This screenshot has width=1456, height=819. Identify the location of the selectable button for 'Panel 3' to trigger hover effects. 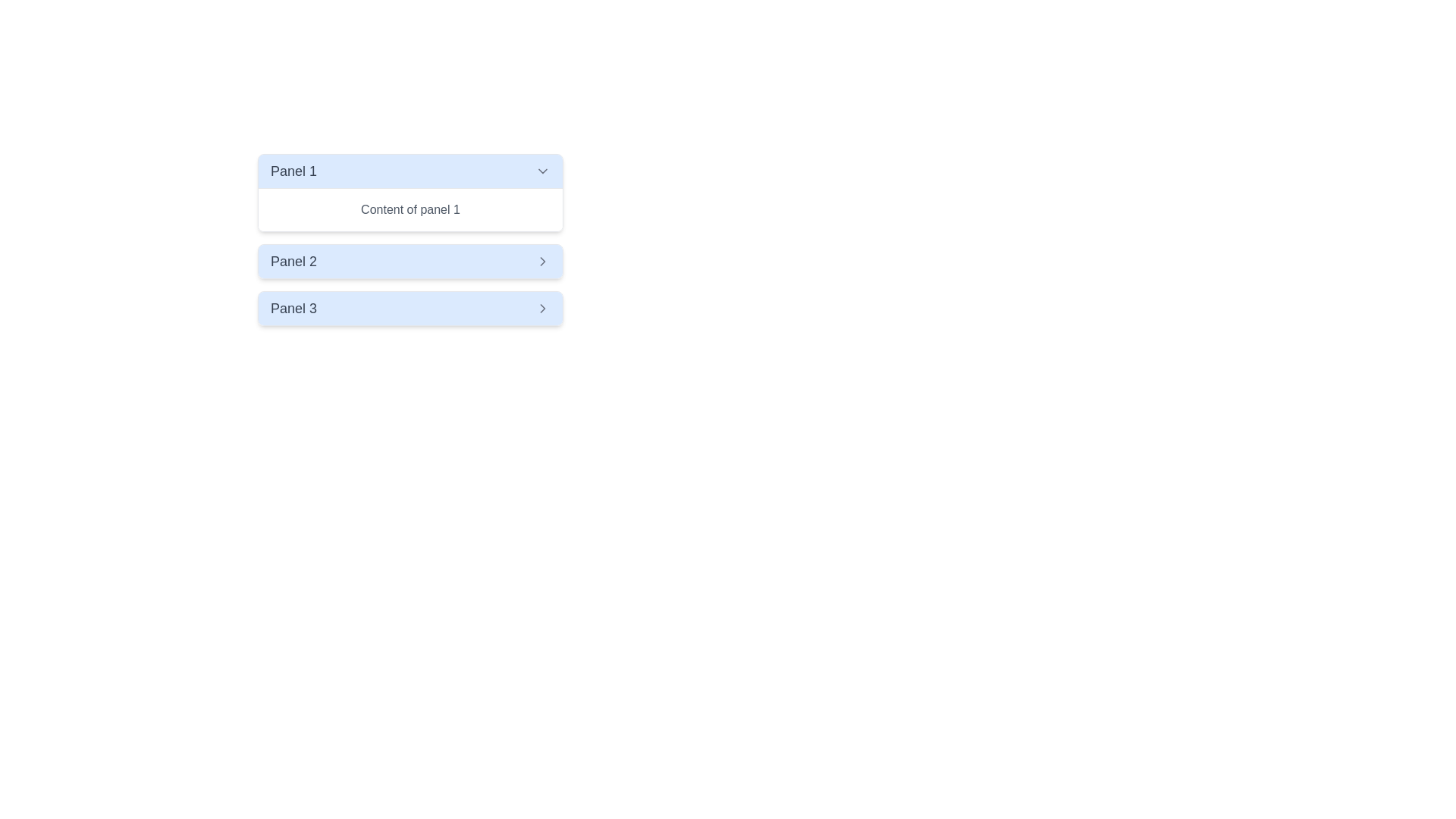
(410, 308).